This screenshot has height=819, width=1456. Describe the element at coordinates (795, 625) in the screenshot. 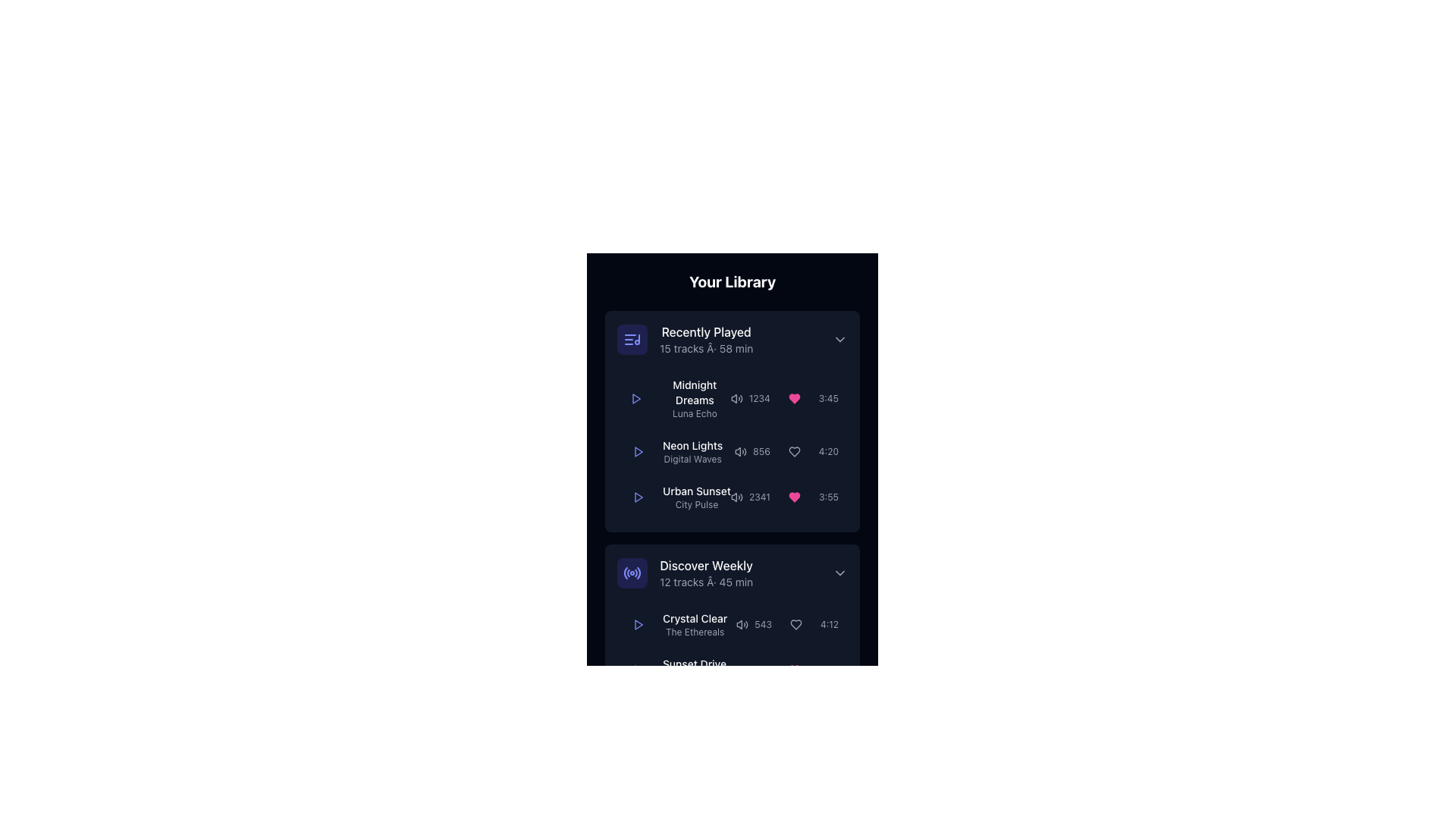

I see `the favorite button located to the right of the track title 'Crystal Clear' in the 'Discover Weekly' section` at that location.